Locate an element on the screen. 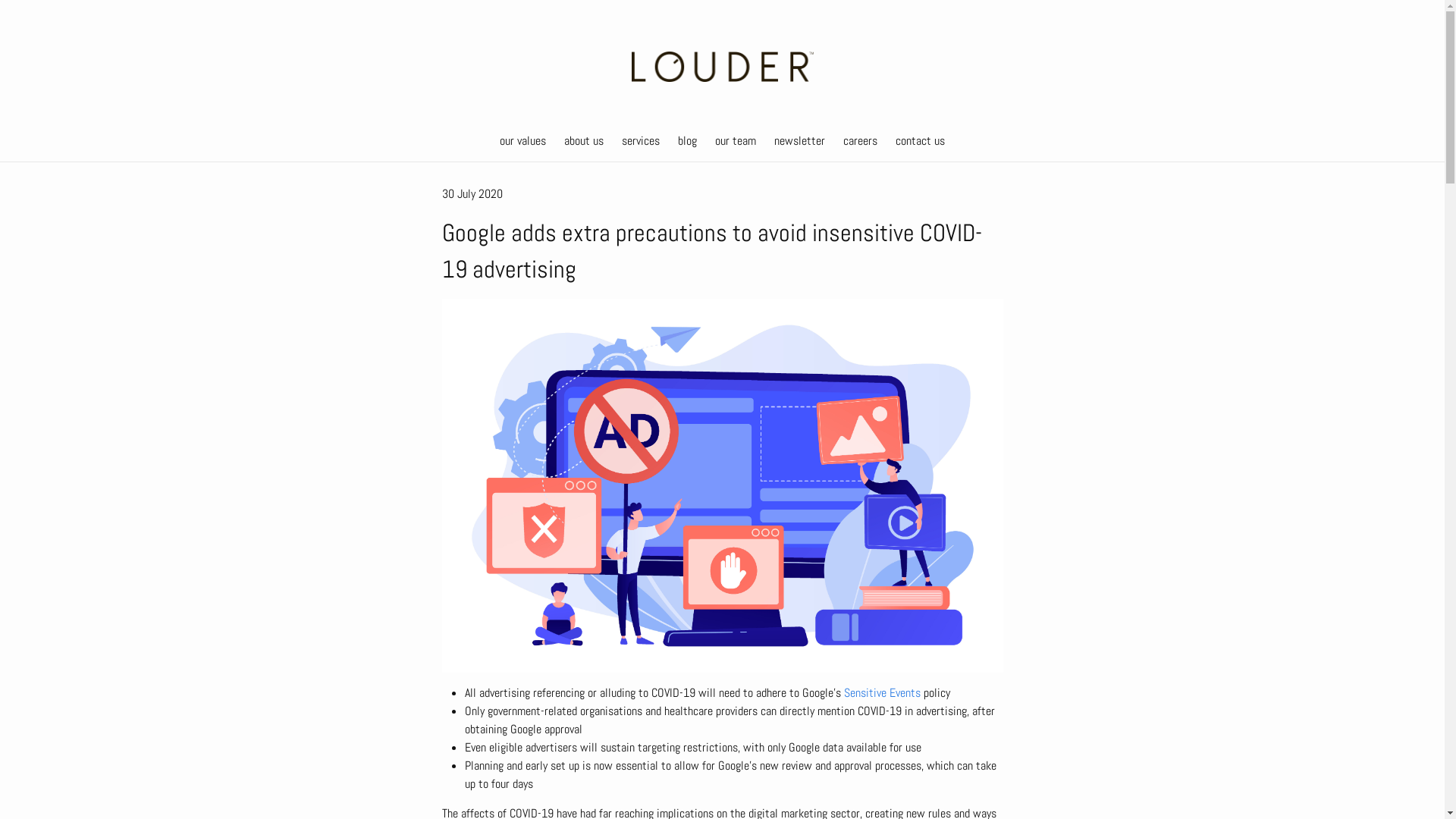 The height and width of the screenshot is (819, 1456). 'our values' is located at coordinates (522, 140).